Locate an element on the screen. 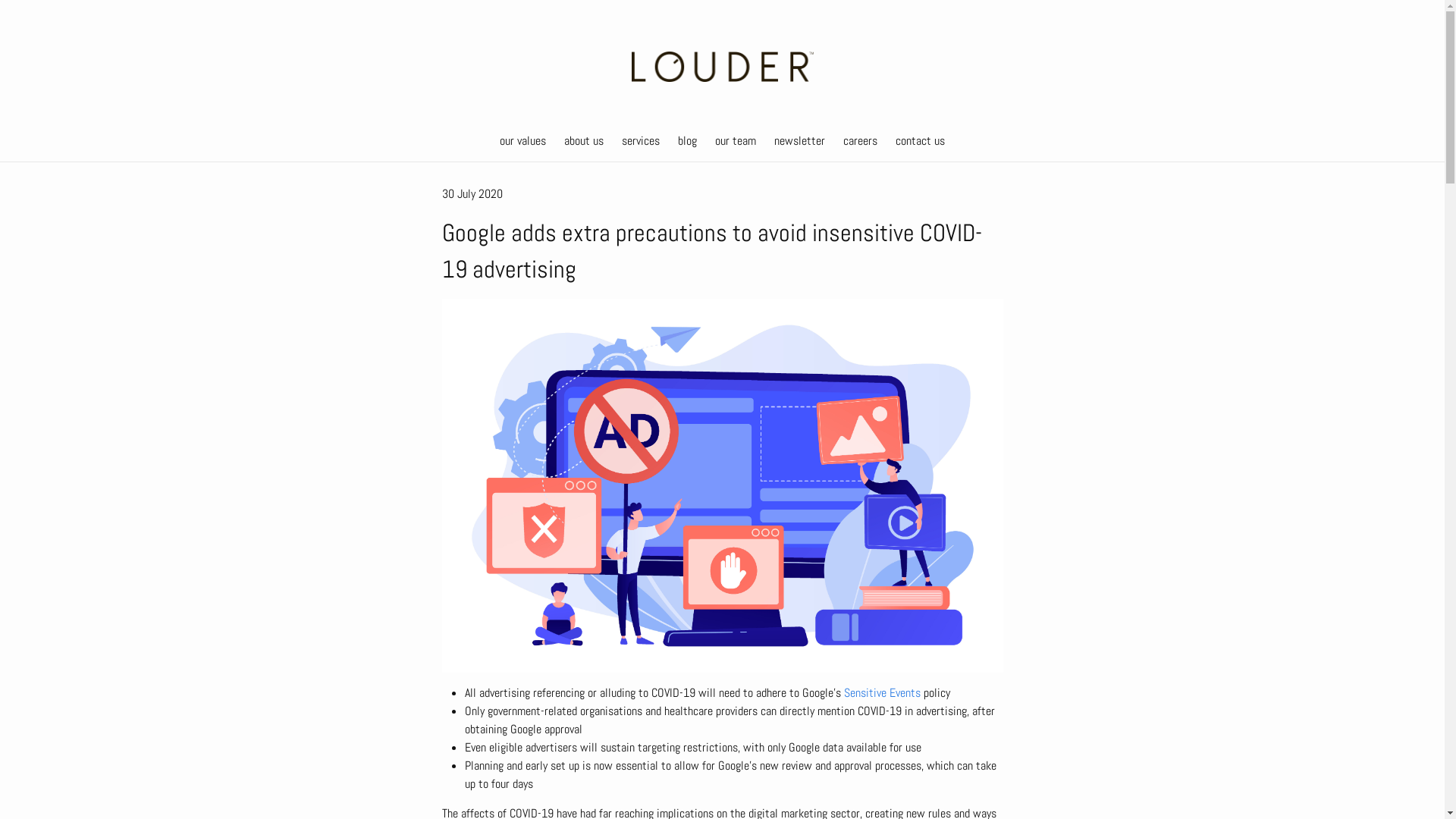 The height and width of the screenshot is (819, 1456). 'our values' is located at coordinates (522, 140).